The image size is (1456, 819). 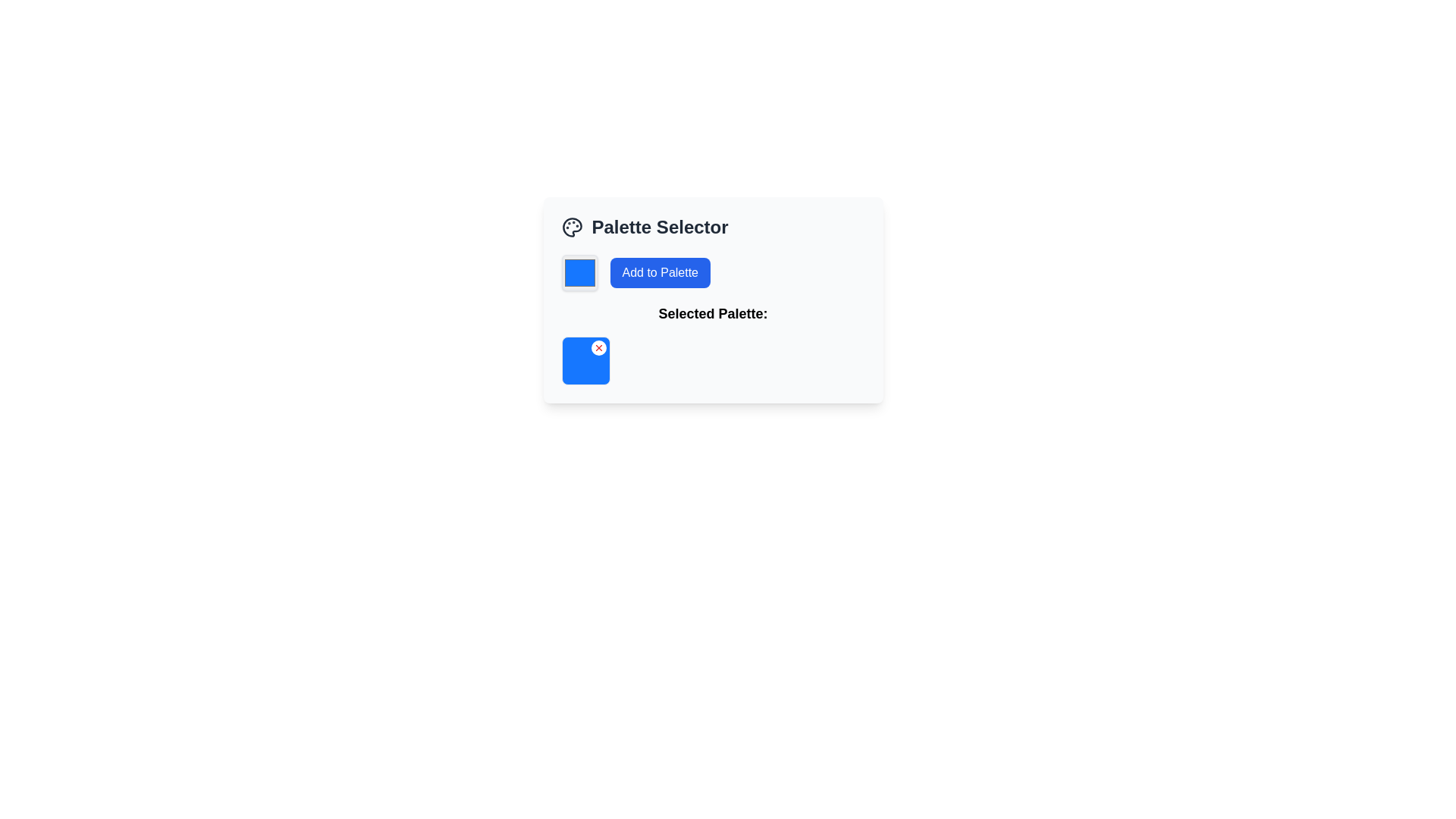 I want to click on the button located in the upper-right area of the 'Palette Selector' panel, so click(x=660, y=271).